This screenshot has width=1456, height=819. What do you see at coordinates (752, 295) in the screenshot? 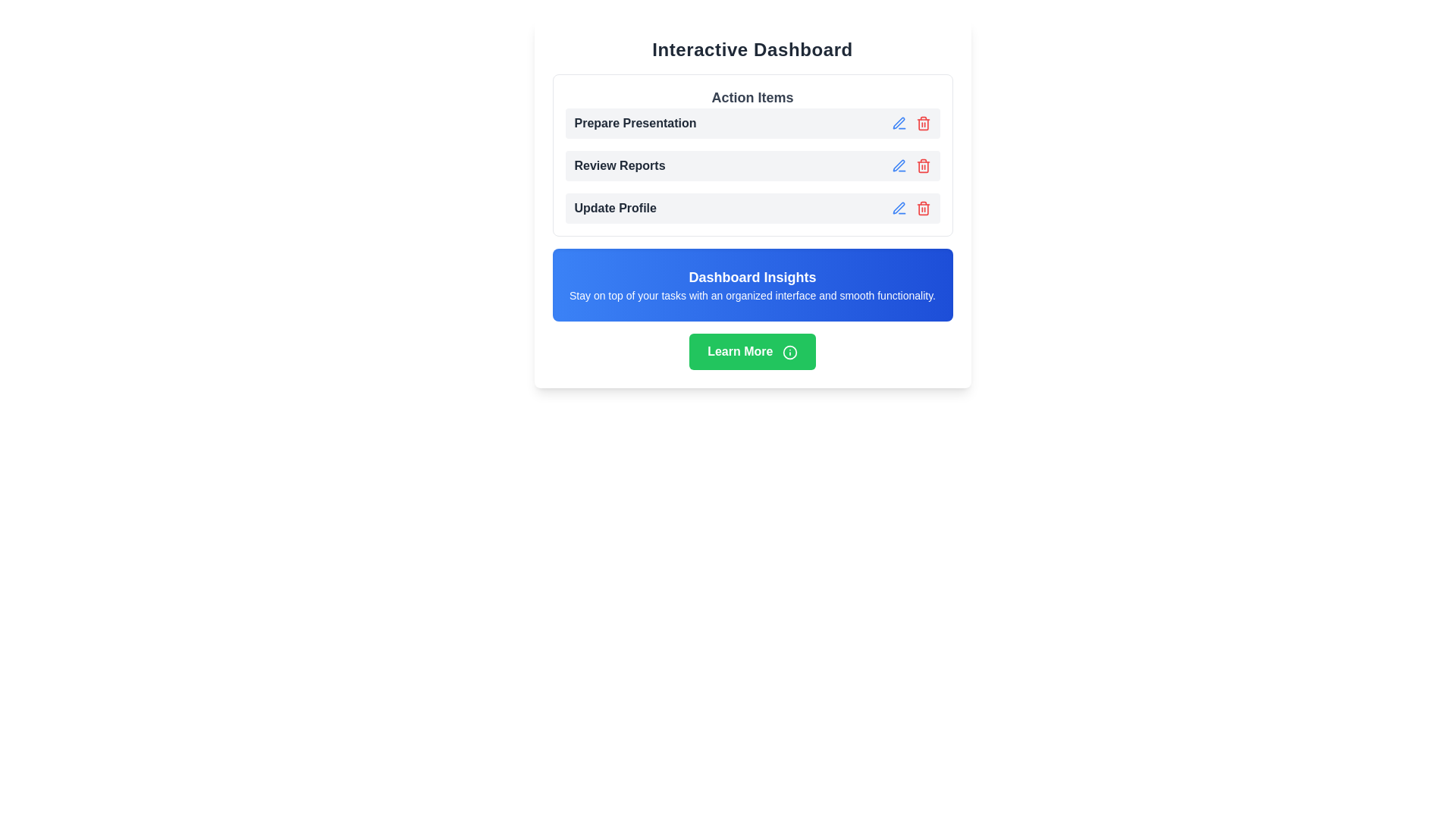
I see `the static text that reads 'Stay on top of your tasks with an organized interface and smooth functionality.' located below 'Dashboard Insights' in a blue rectangular section` at bounding box center [752, 295].